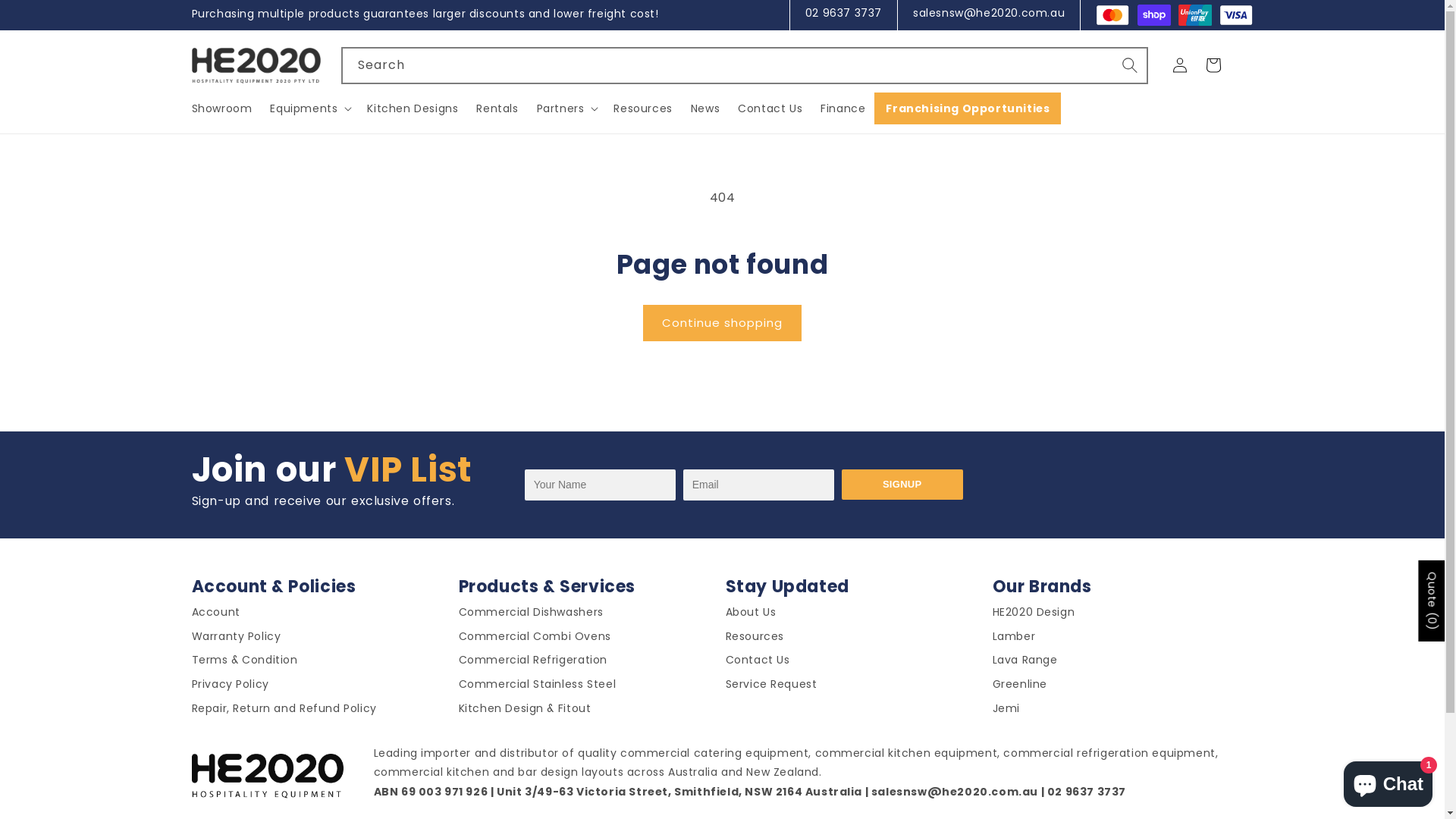  What do you see at coordinates (1019, 687) in the screenshot?
I see `'Greenline'` at bounding box center [1019, 687].